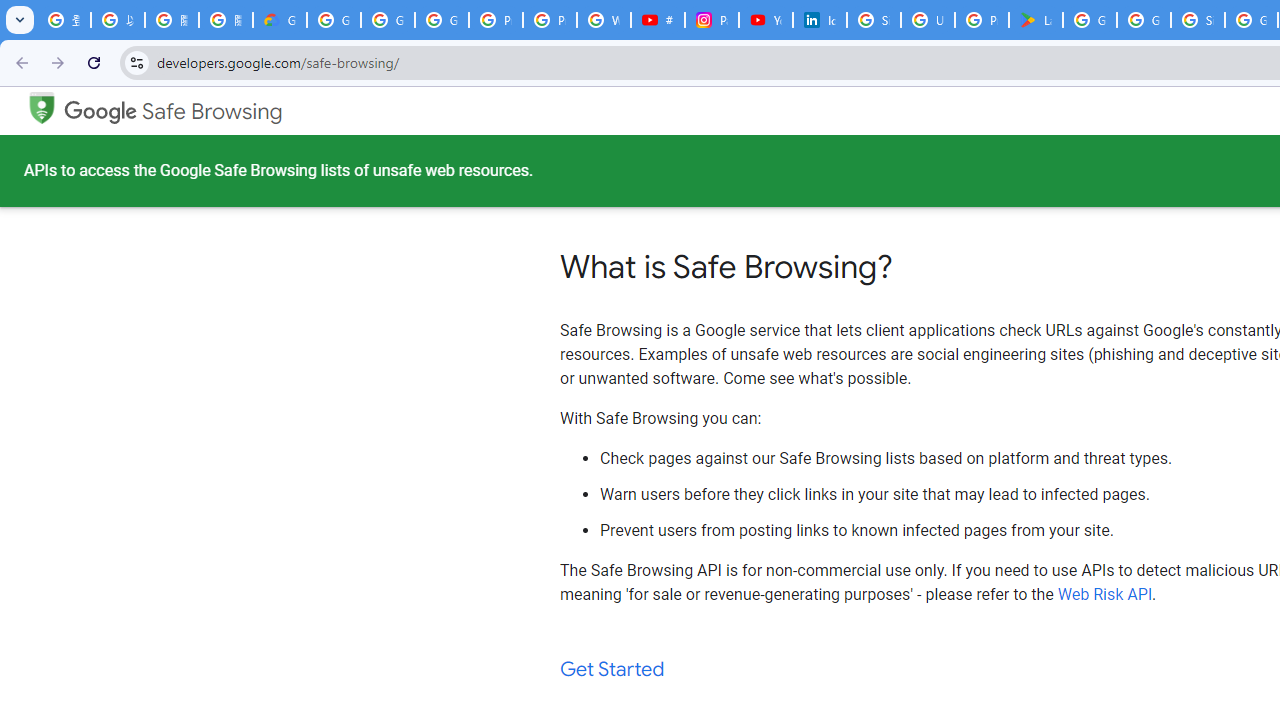 This screenshot has height=720, width=1280. I want to click on 'Google Safe Browsing', so click(173, 111).